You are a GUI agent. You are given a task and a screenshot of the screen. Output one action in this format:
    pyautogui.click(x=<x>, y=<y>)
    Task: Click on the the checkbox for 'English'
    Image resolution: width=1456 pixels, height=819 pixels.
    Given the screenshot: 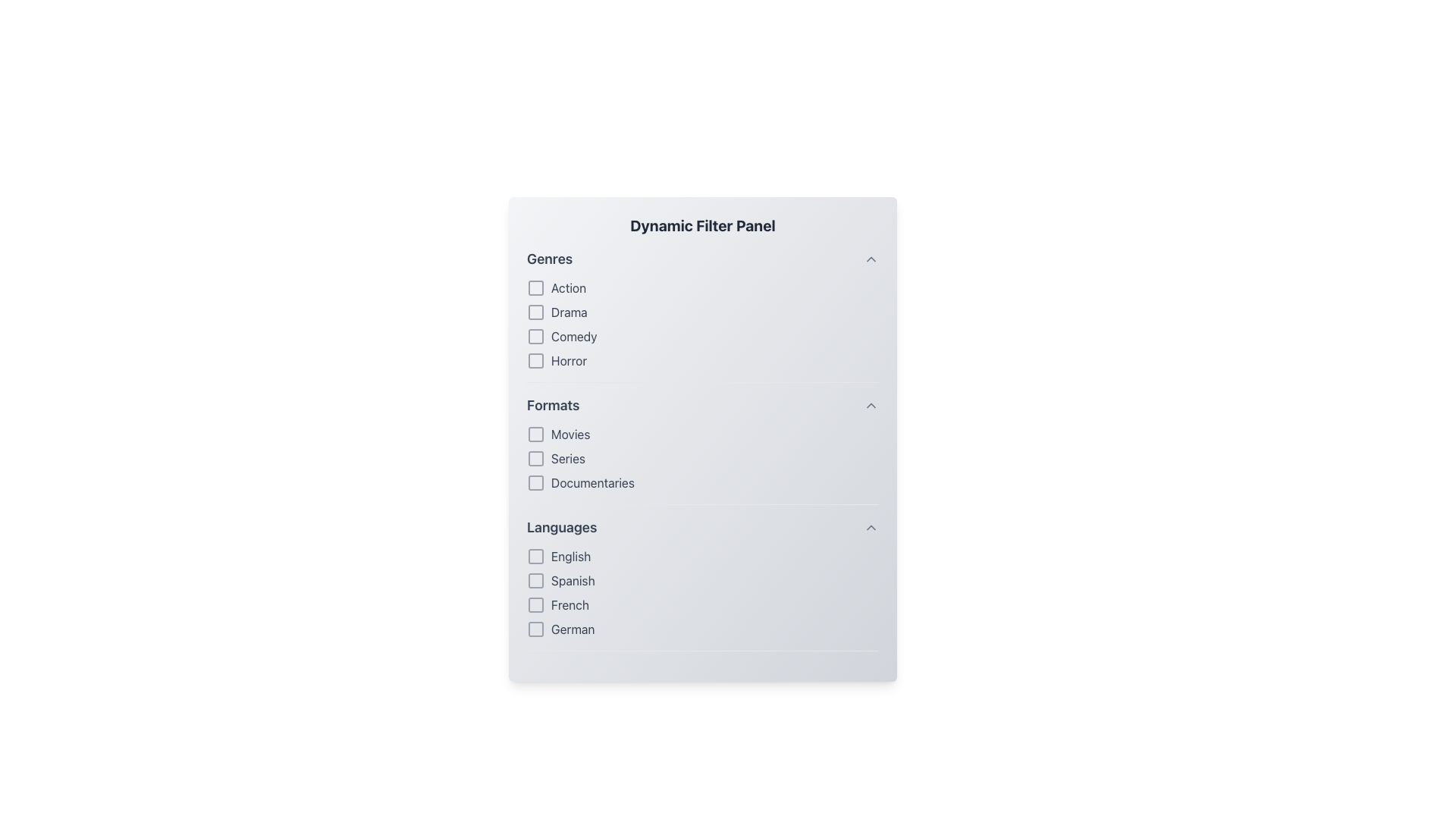 What is the action you would take?
    pyautogui.click(x=701, y=556)
    